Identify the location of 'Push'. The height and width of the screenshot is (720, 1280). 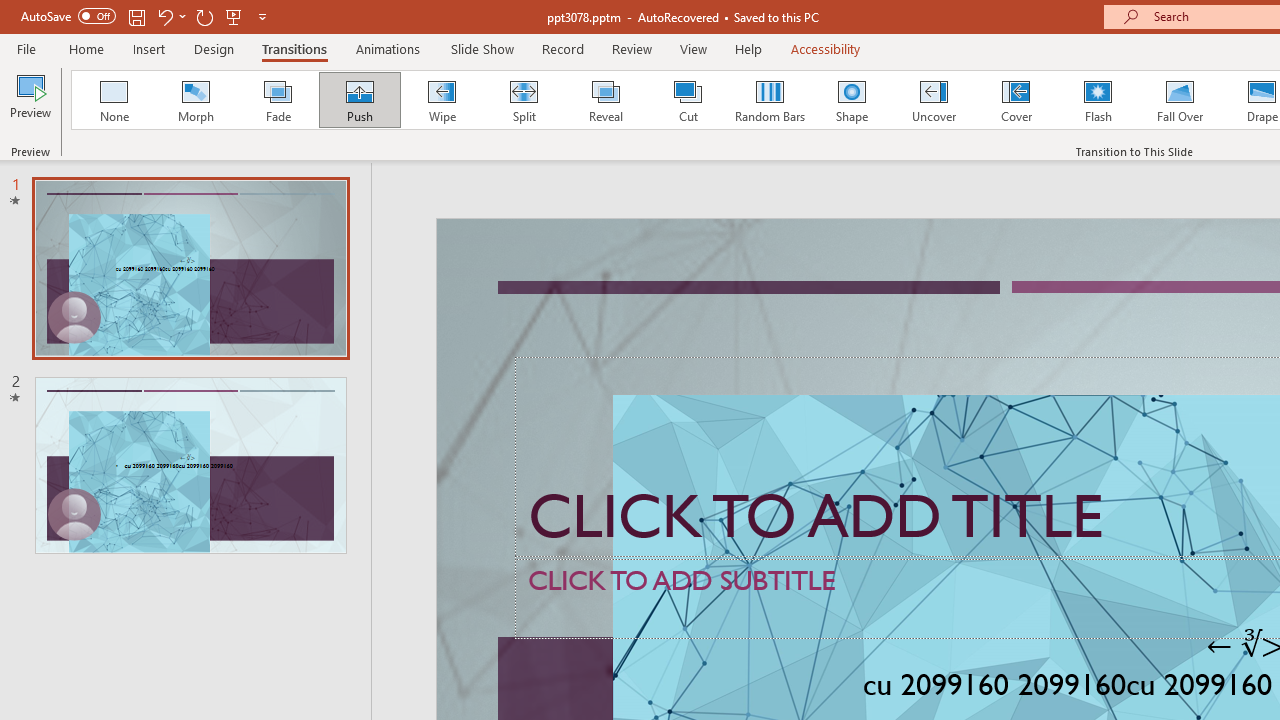
(359, 100).